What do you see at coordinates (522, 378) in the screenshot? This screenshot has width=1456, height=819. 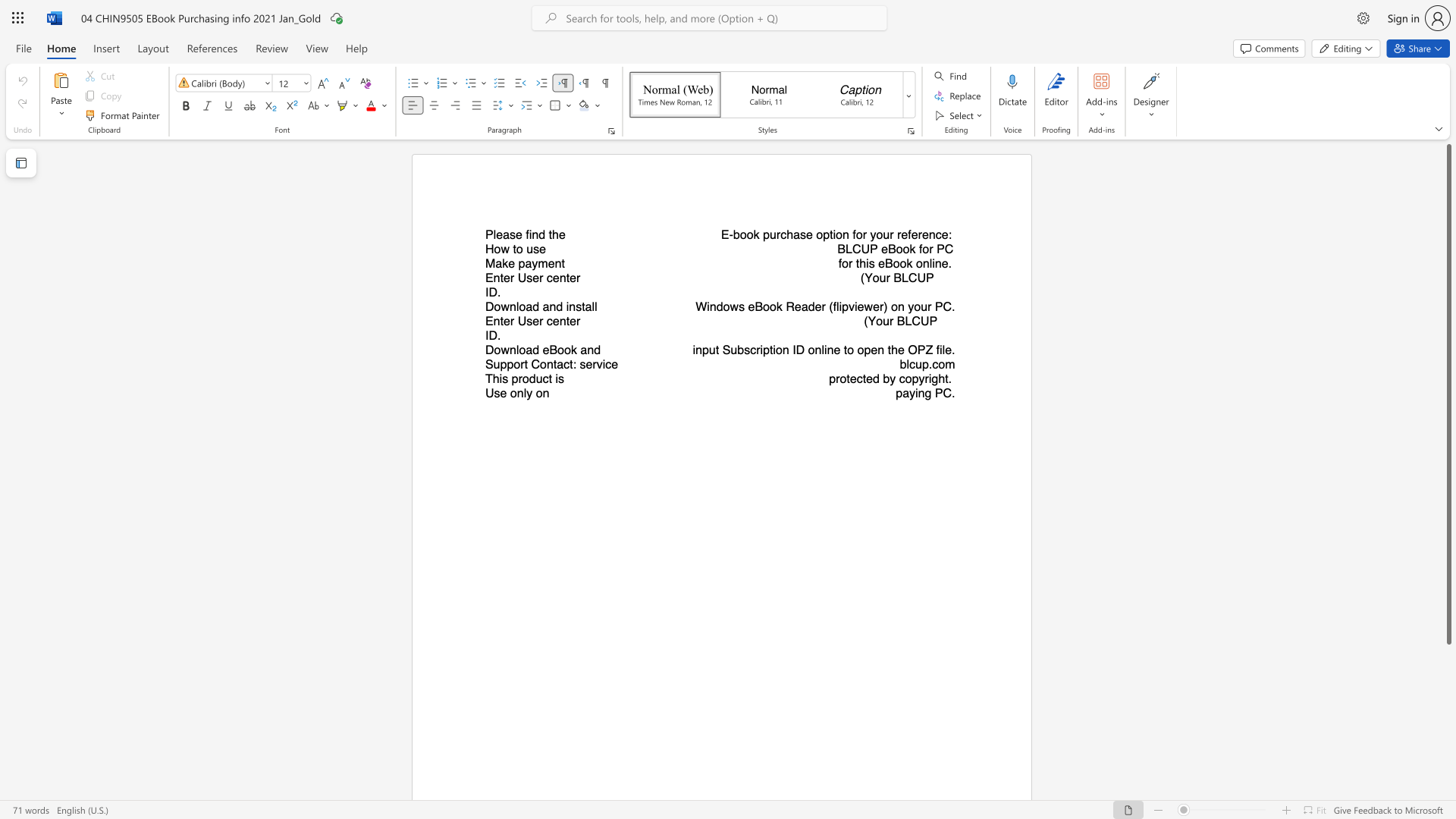 I see `the subset text "oduct i" within the text "This product is"` at bounding box center [522, 378].